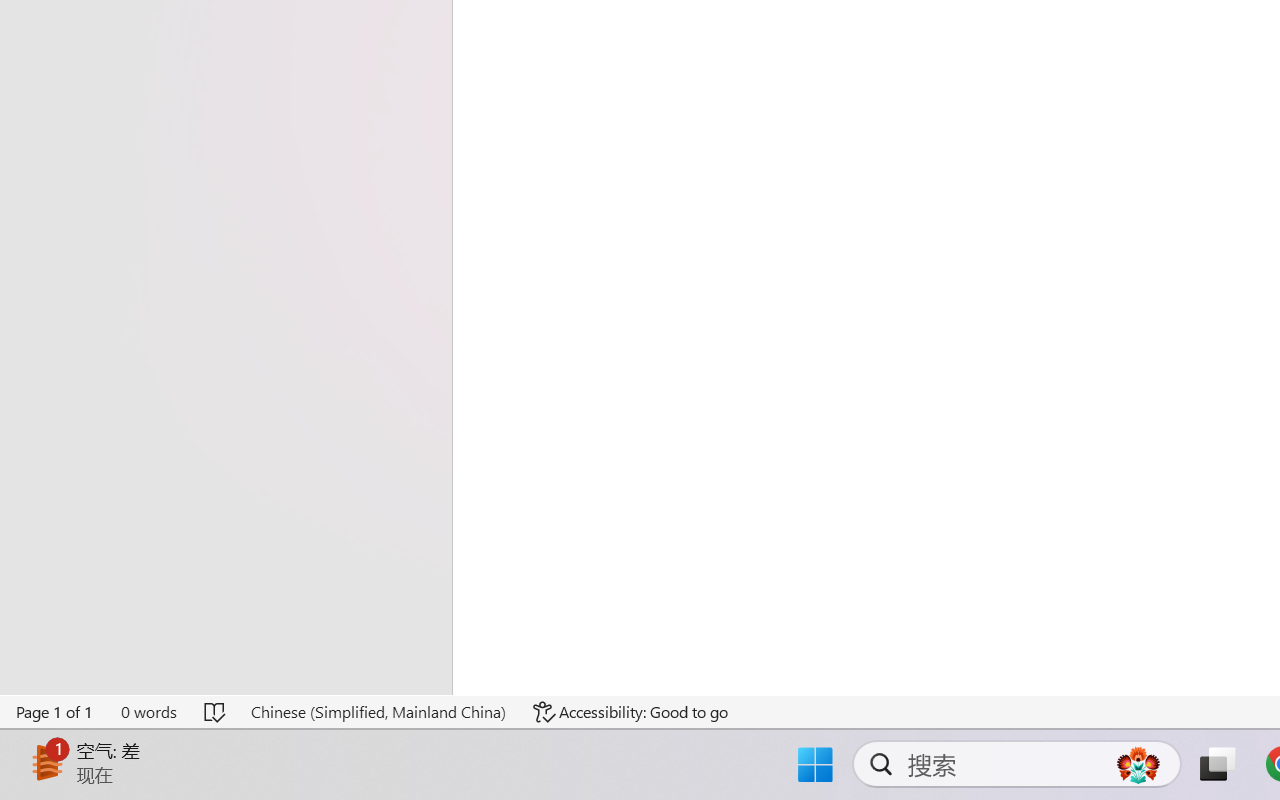  I want to click on 'Language Chinese (Simplified, Mainland China)', so click(378, 711).